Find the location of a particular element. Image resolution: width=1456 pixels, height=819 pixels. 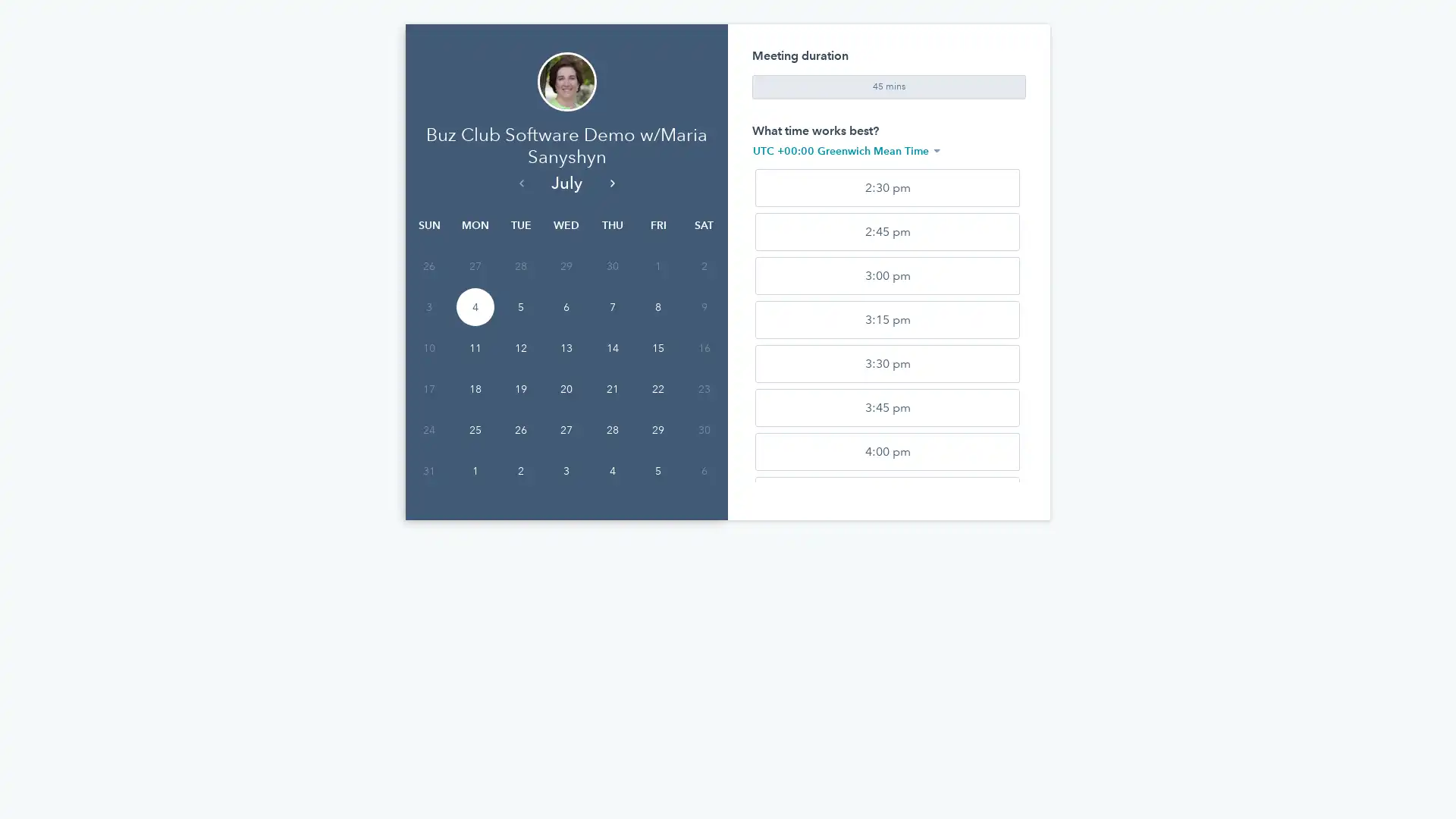

July 4th is located at coordinates (473, 365).